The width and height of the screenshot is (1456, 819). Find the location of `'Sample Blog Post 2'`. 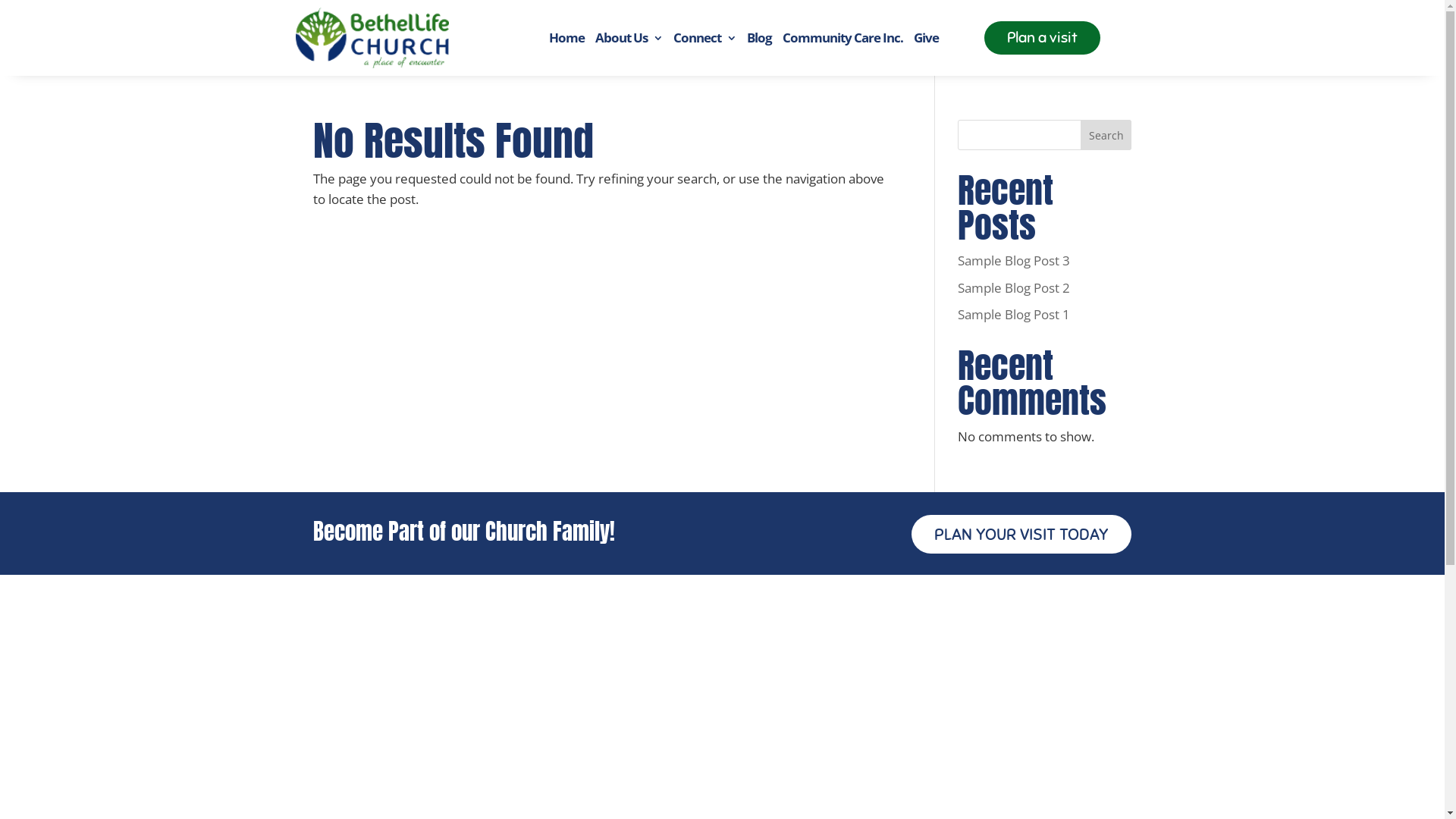

'Sample Blog Post 2' is located at coordinates (956, 287).